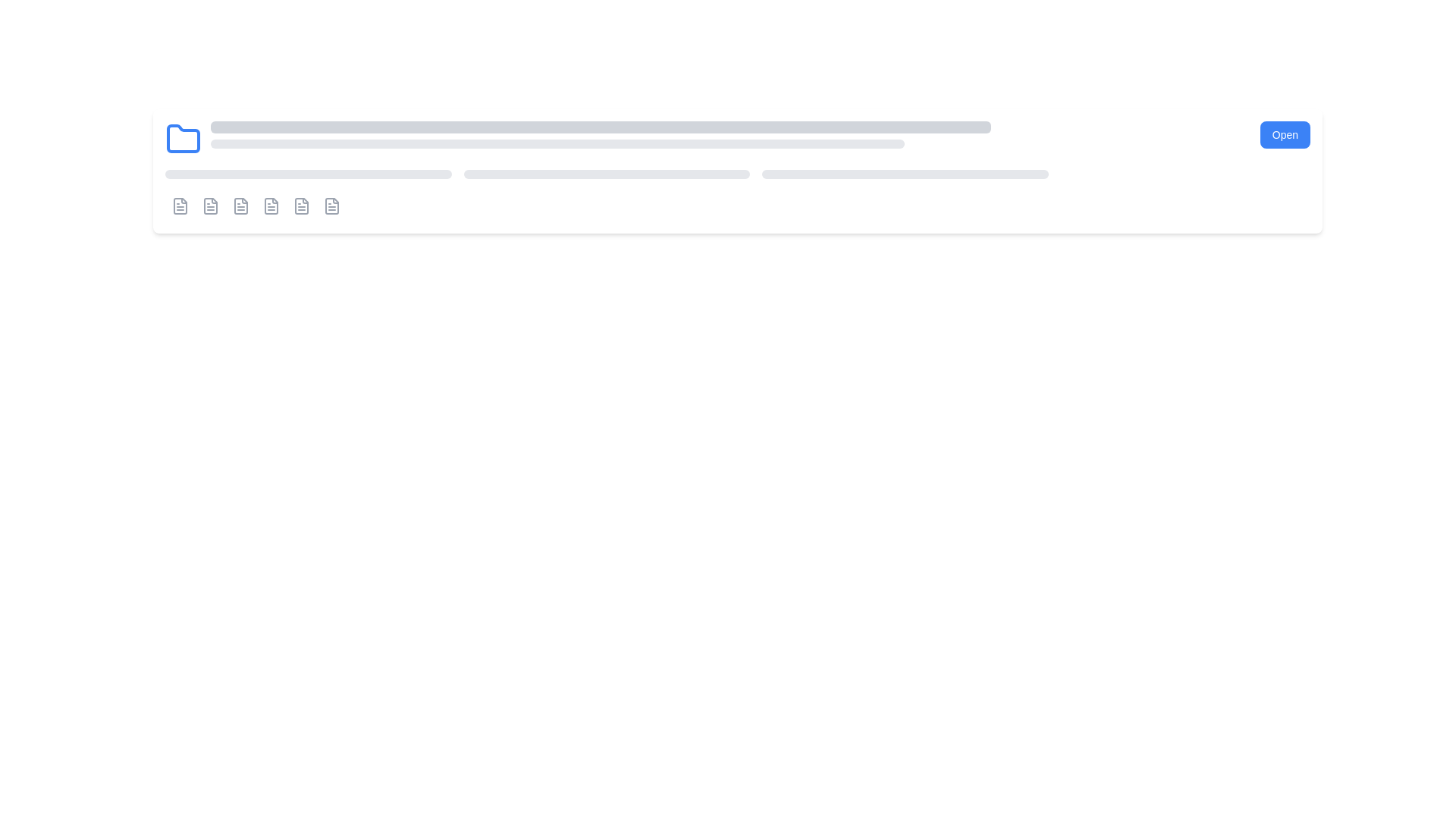  What do you see at coordinates (730, 133) in the screenshot?
I see `the non-interactive visual placeholder, which consists of two rectangular bars with rounded corners, the upper one being a light gray wider rectangle and the lower one a darker gray narrower rectangle` at bounding box center [730, 133].